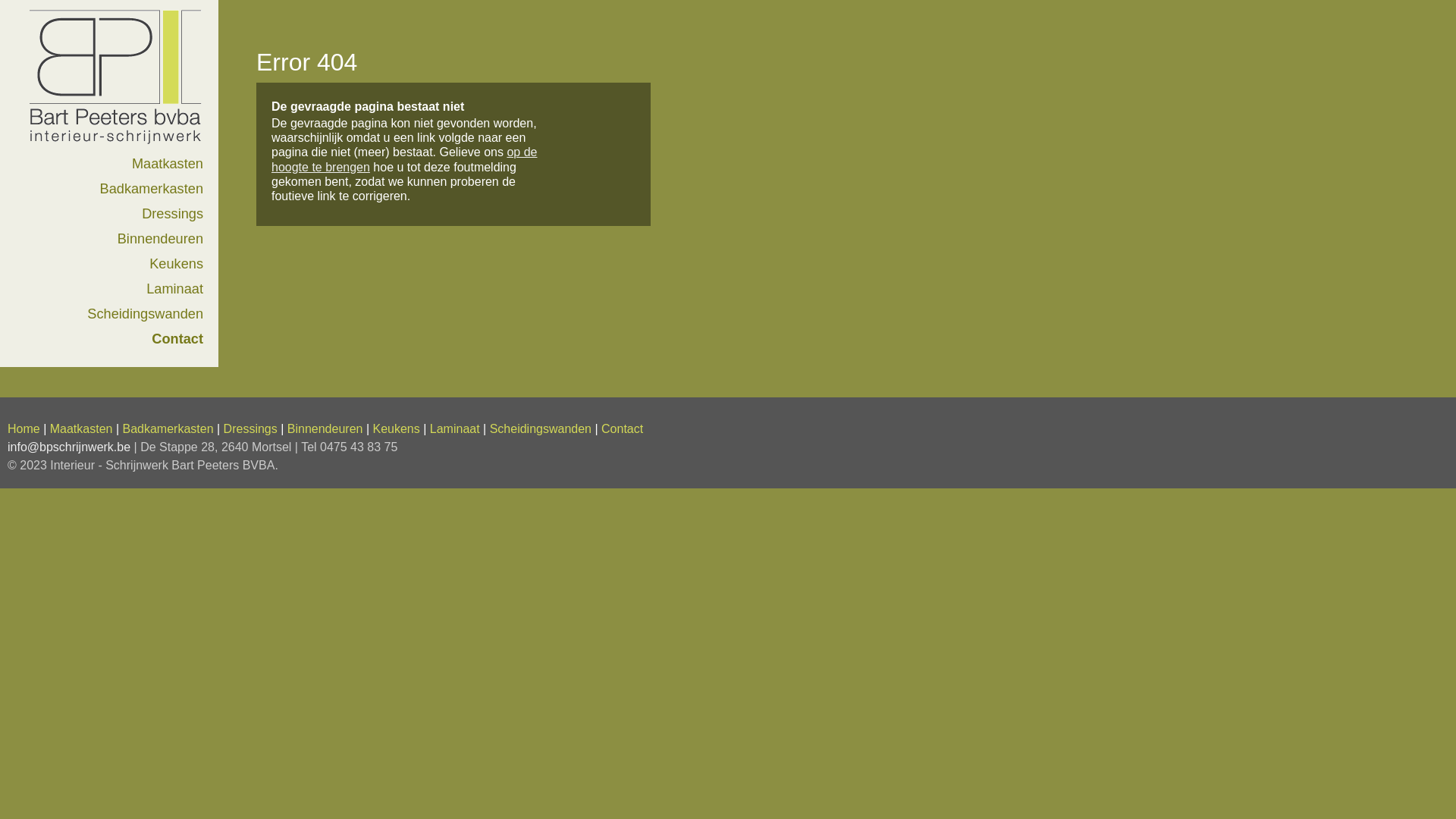  Describe the element at coordinates (110, 146) in the screenshot. I see `'Home'` at that location.